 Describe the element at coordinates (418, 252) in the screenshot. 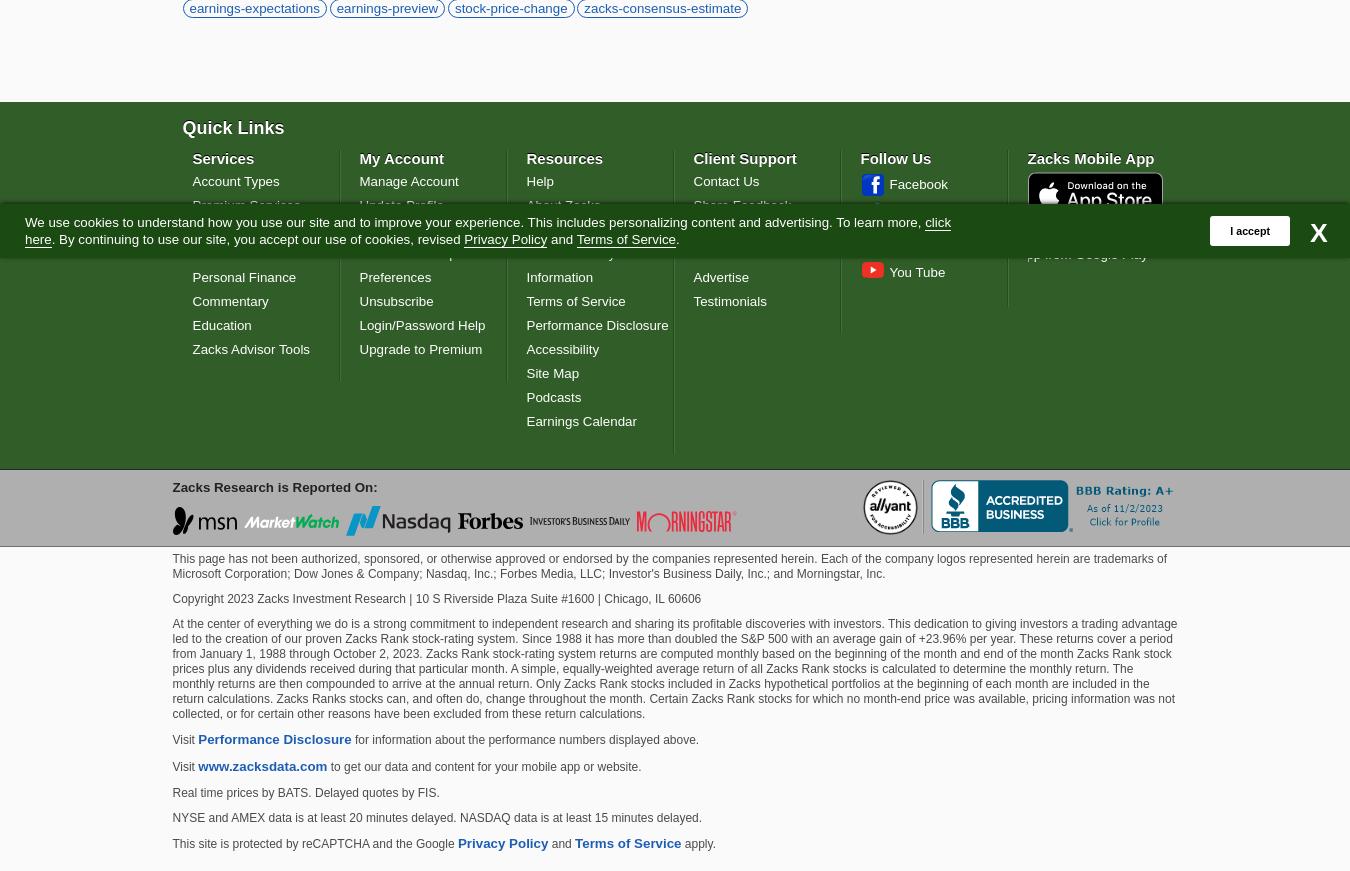

I see `'Cancel Subscription'` at that location.